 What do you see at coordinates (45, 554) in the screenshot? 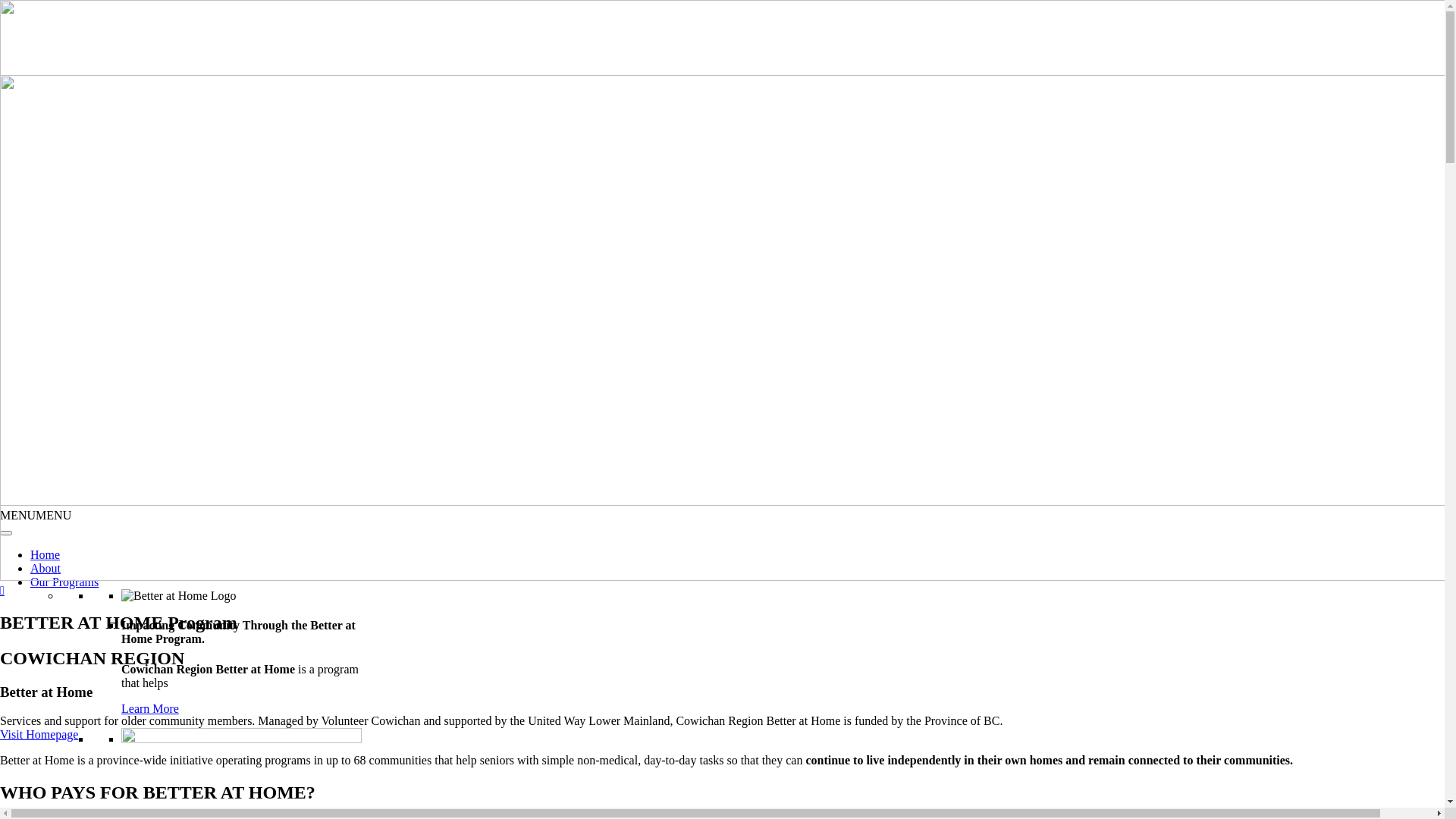
I see `'Home'` at bounding box center [45, 554].